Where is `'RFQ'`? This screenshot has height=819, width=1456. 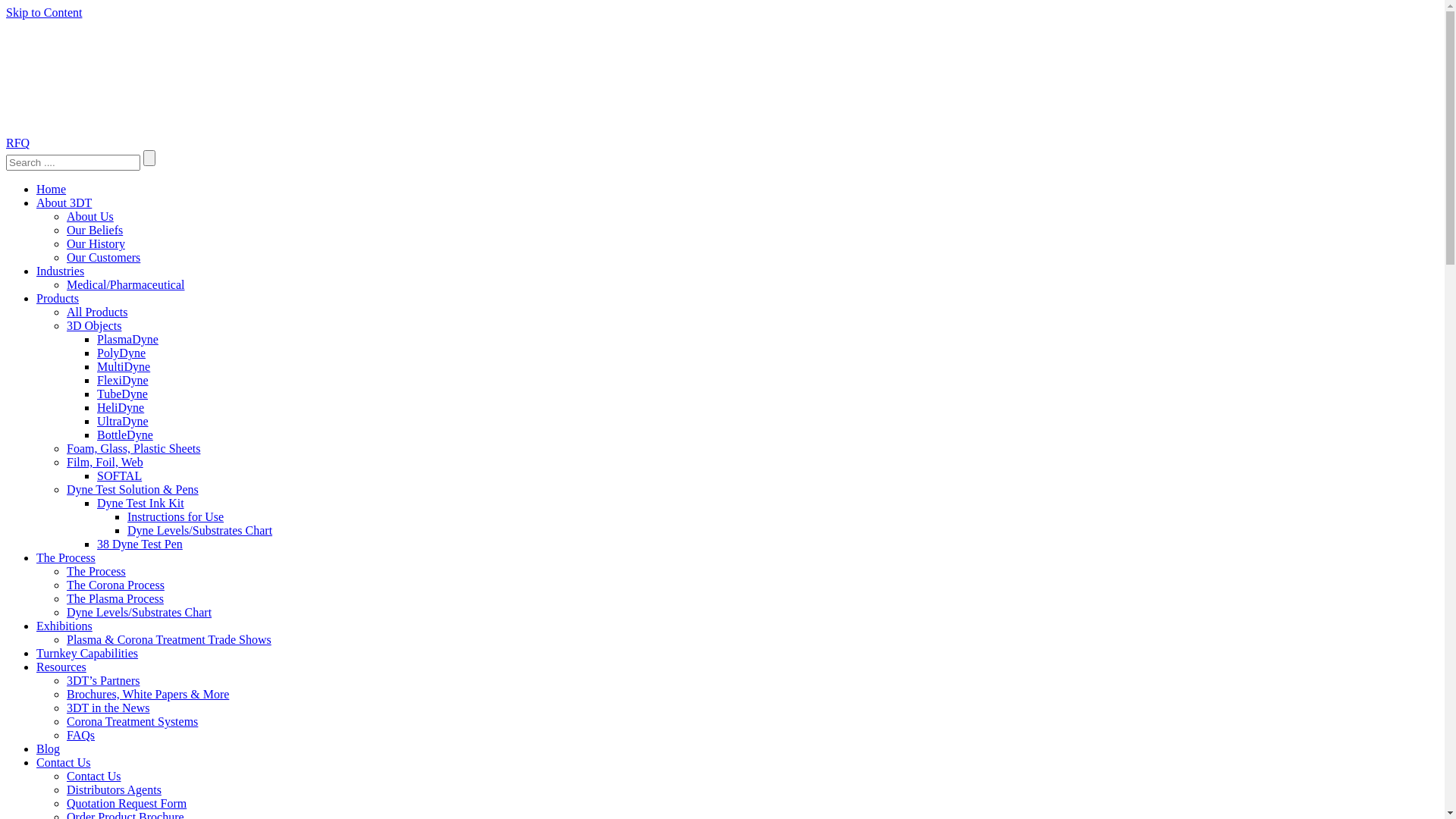
'RFQ' is located at coordinates (6, 143).